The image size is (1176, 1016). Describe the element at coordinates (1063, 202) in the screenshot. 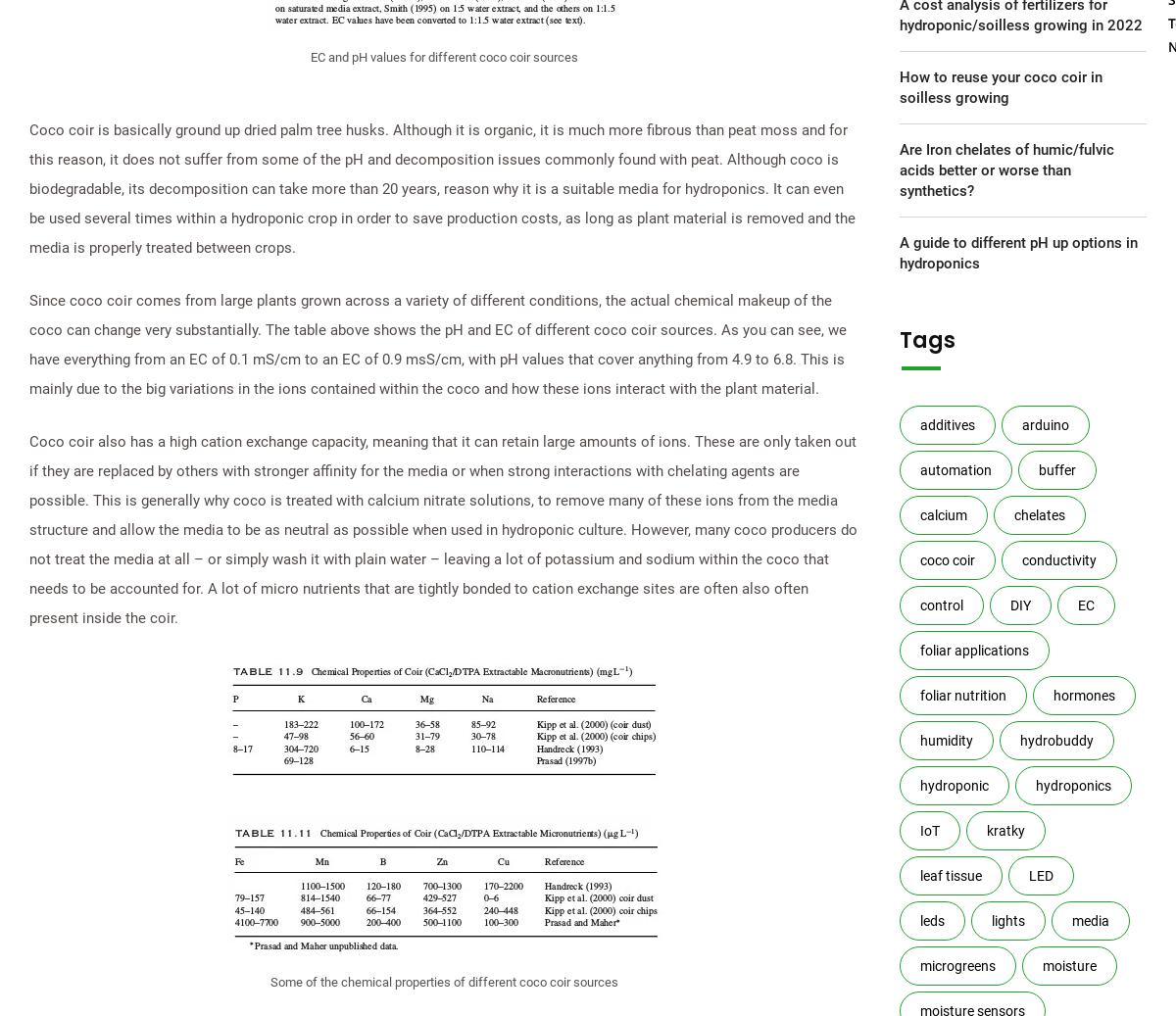

I see `'Pro (small scale)'` at that location.